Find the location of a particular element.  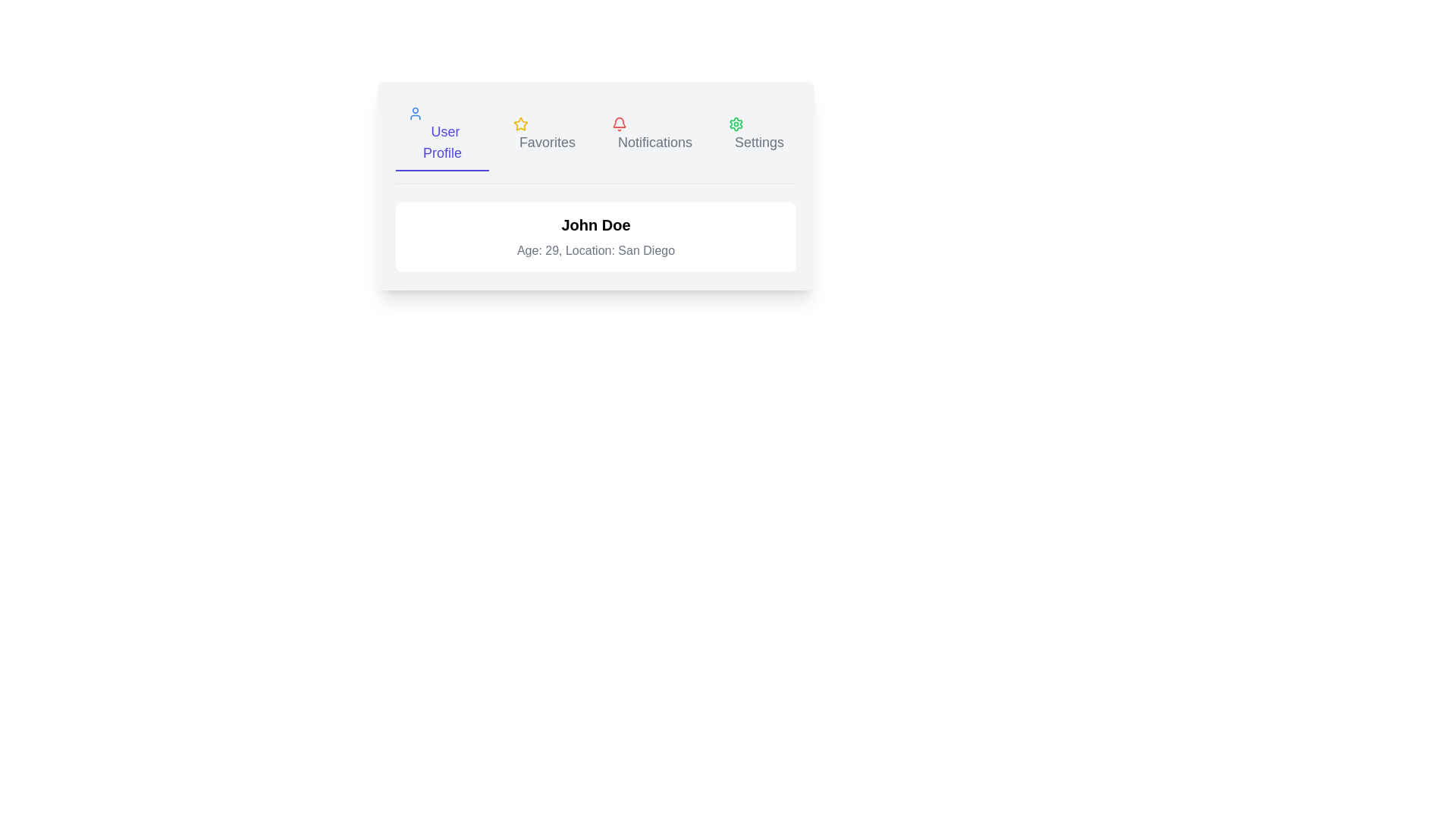

the settings button located on the rightmost side of the navigation bar is located at coordinates (756, 134).